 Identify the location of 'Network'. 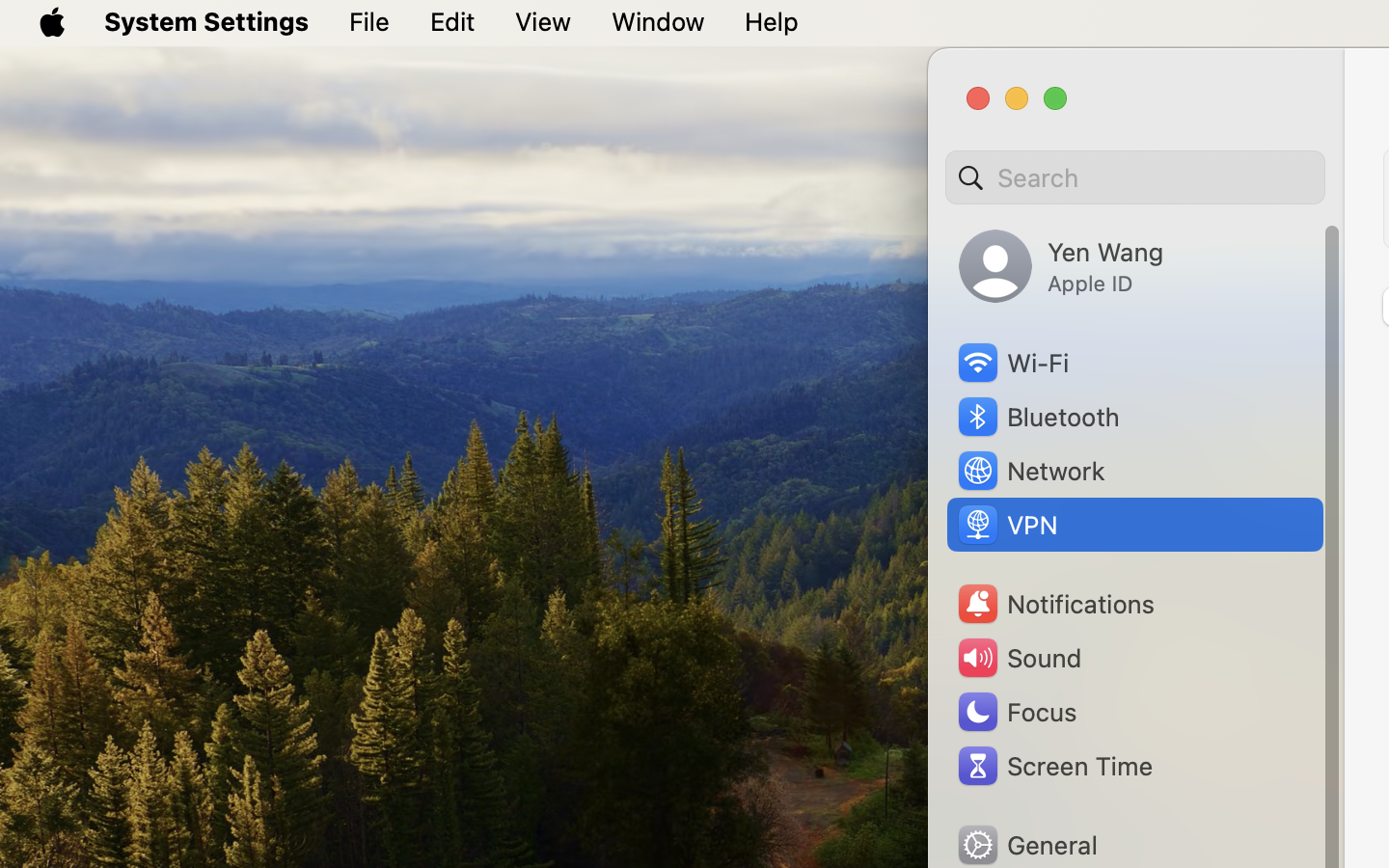
(1030, 469).